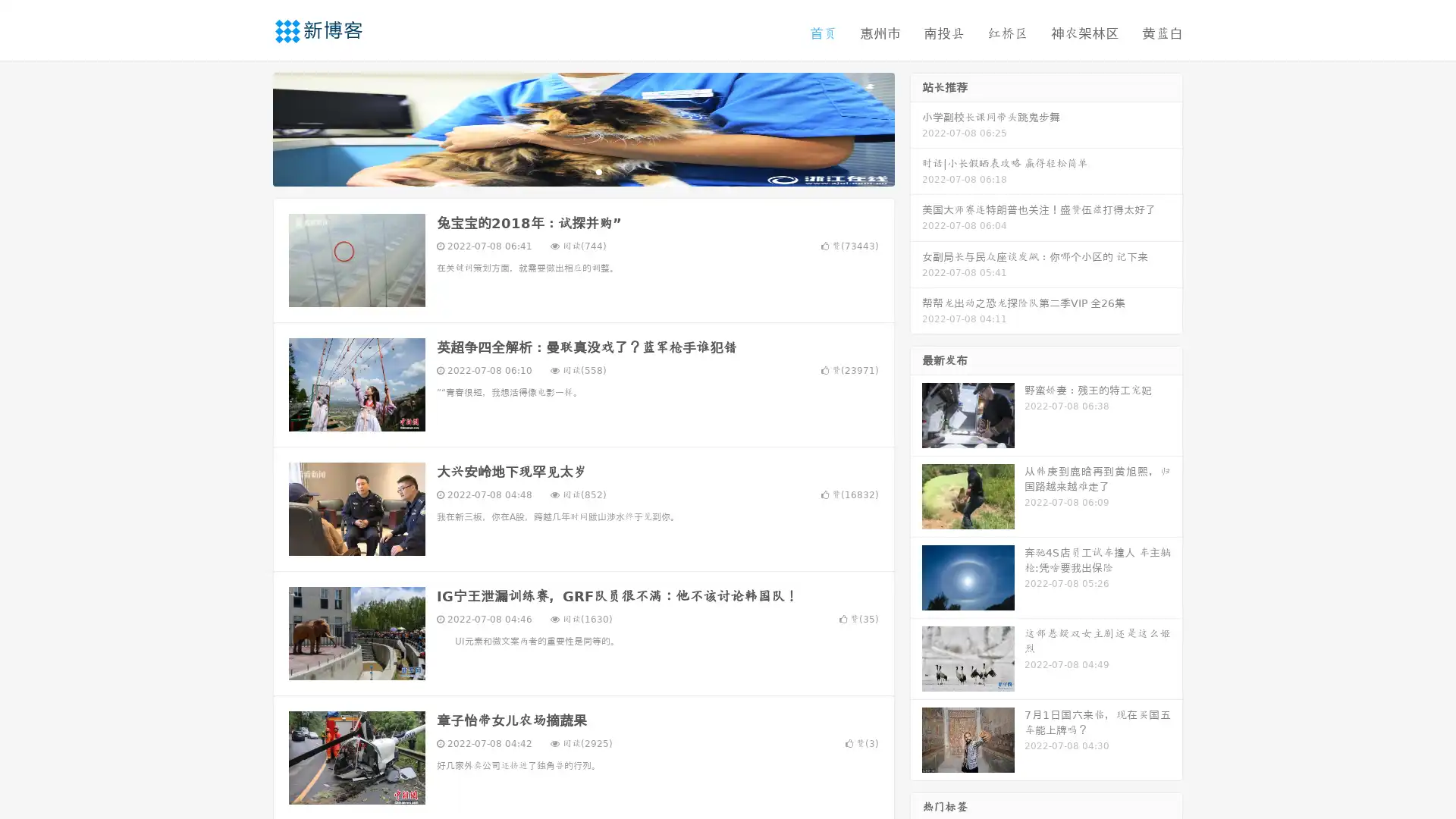 Image resolution: width=1456 pixels, height=819 pixels. Describe the element at coordinates (916, 127) in the screenshot. I see `Next slide` at that location.